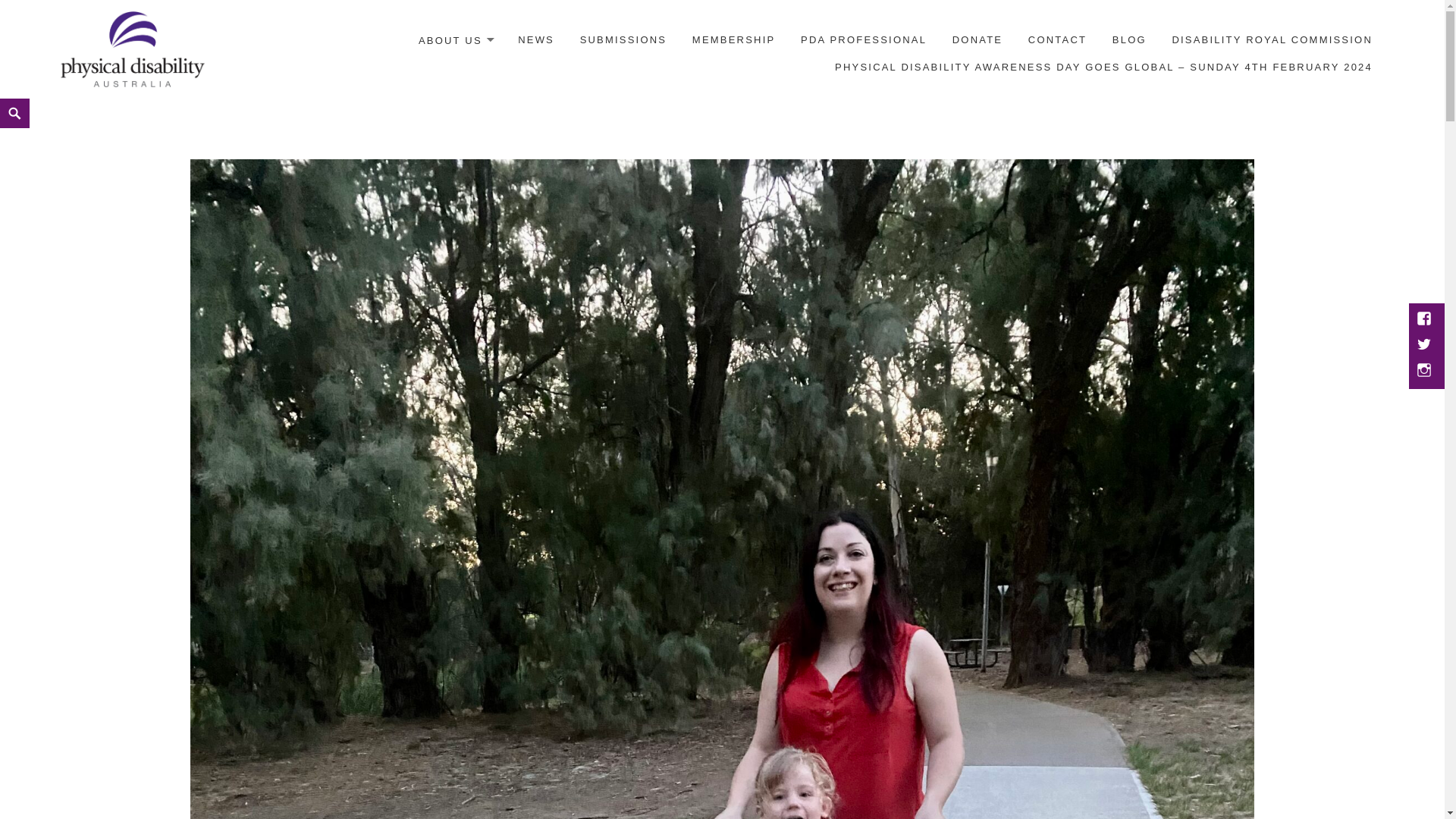 The height and width of the screenshot is (819, 1456). I want to click on 'Facebook', so click(1425, 318).